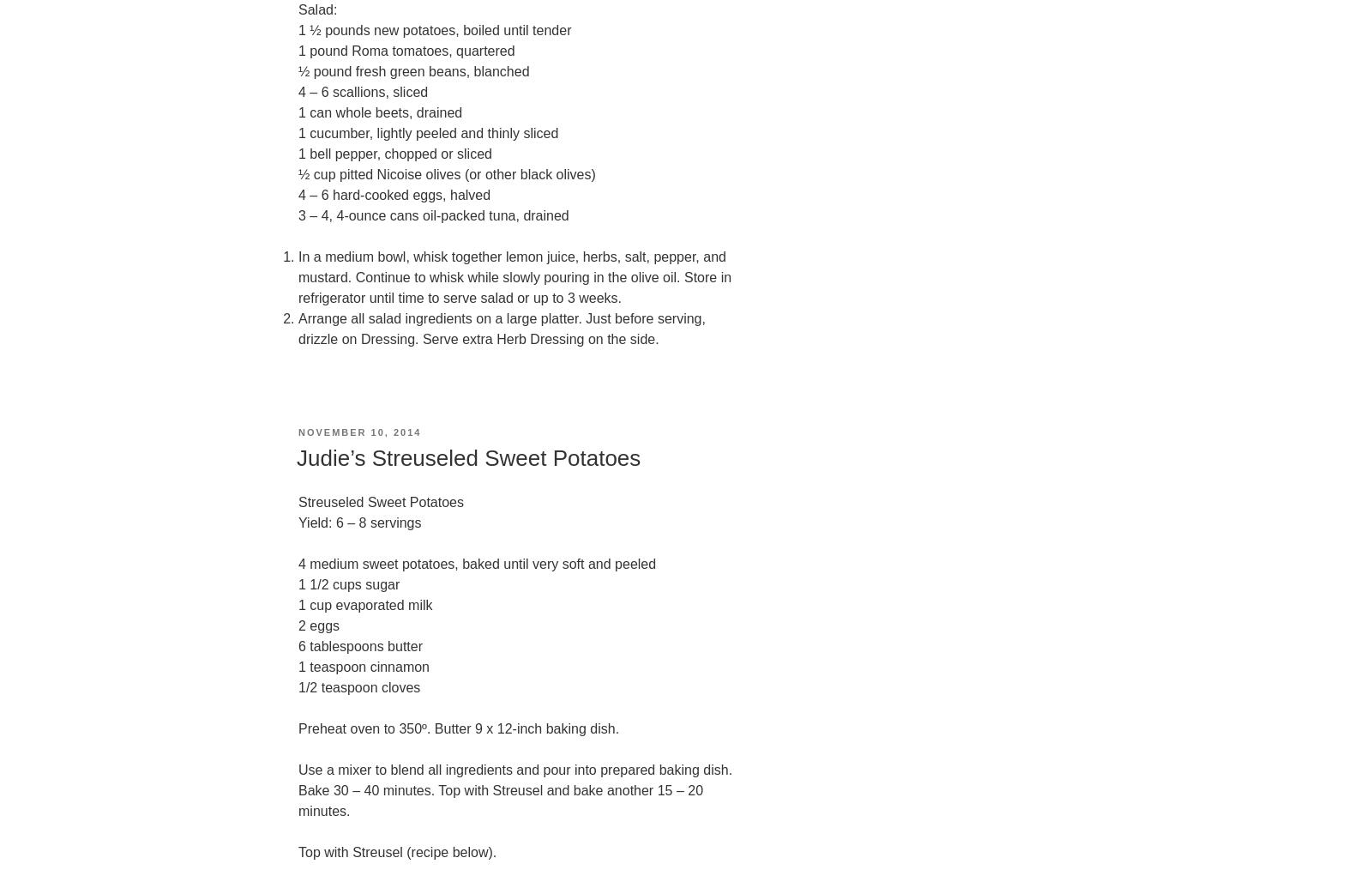 The height and width of the screenshot is (882, 1372). Describe the element at coordinates (298, 667) in the screenshot. I see `'1 teaspoon cinnamon'` at that location.